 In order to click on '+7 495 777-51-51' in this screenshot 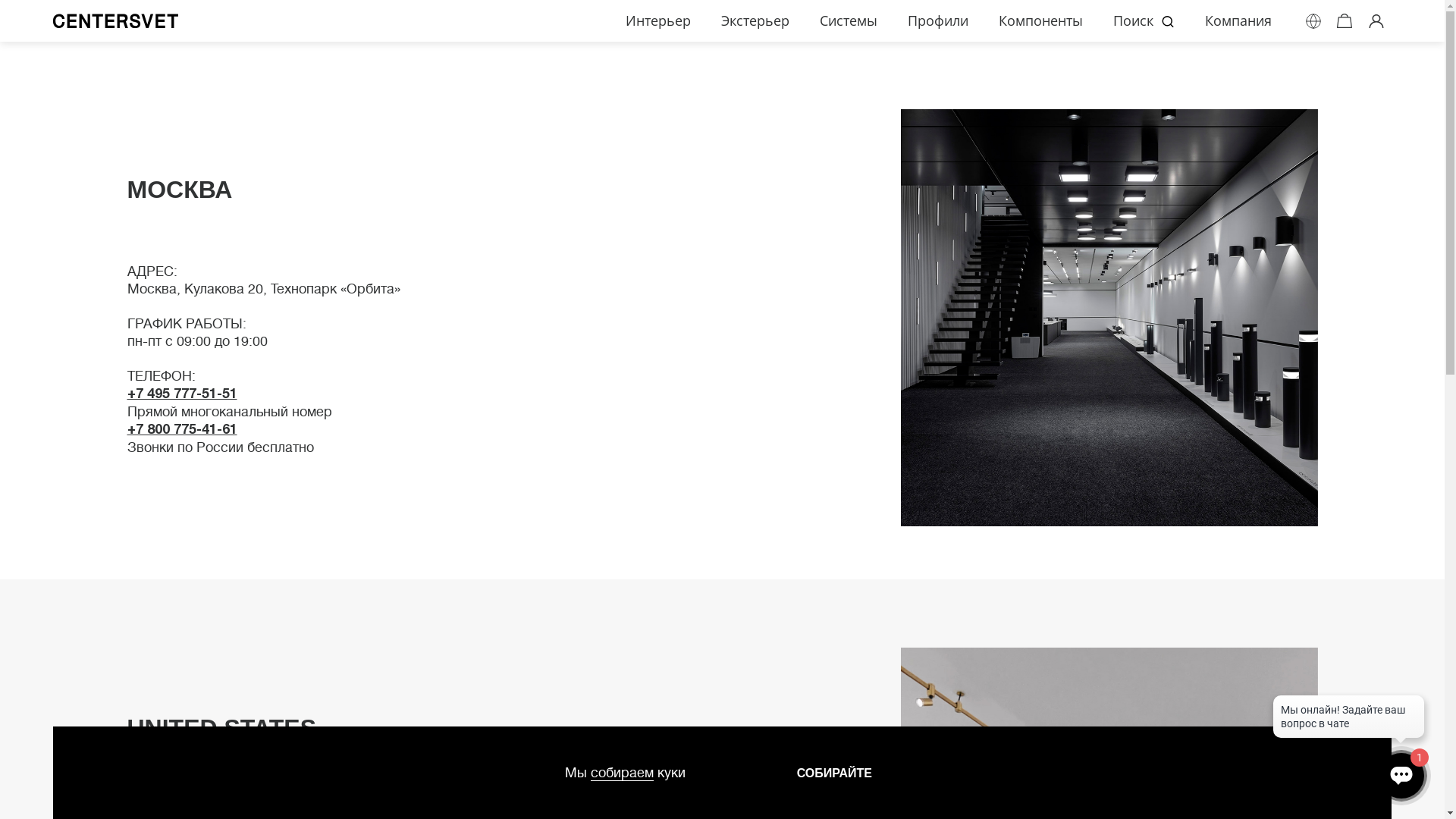, I will do `click(127, 391)`.